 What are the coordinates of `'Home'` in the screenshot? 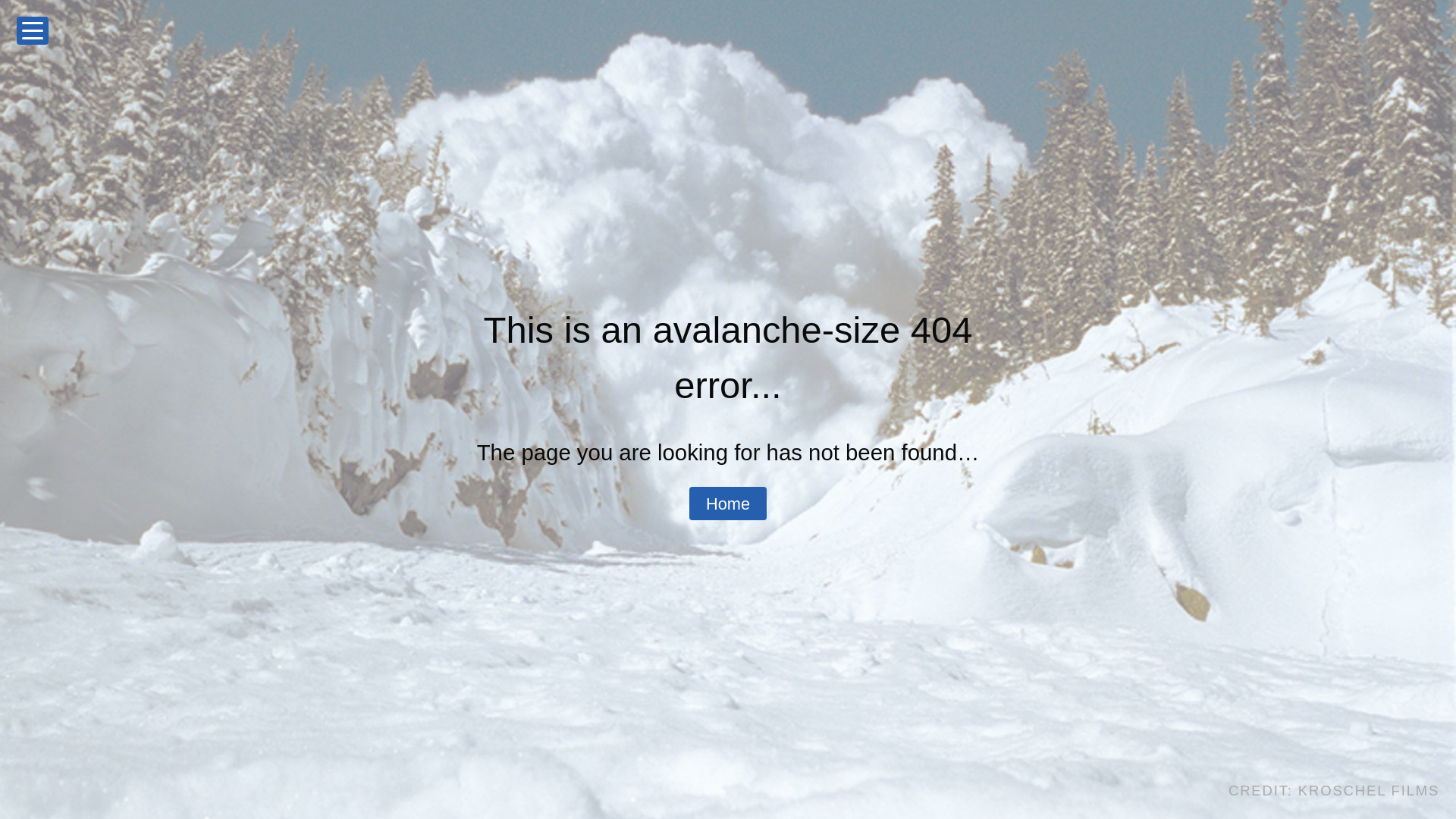 It's located at (728, 503).